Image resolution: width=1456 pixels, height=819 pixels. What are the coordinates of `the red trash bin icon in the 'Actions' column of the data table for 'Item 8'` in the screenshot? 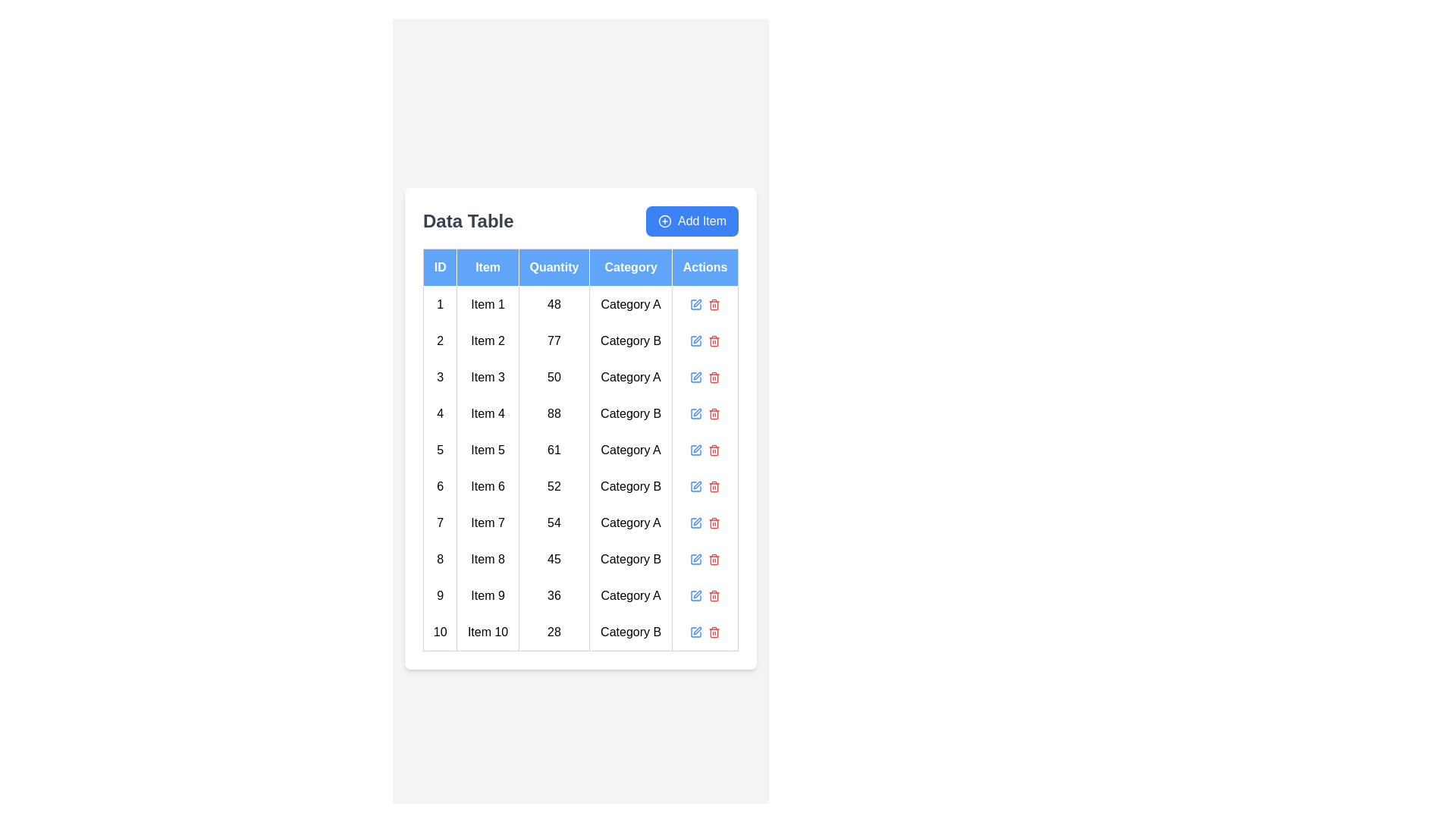 It's located at (714, 559).